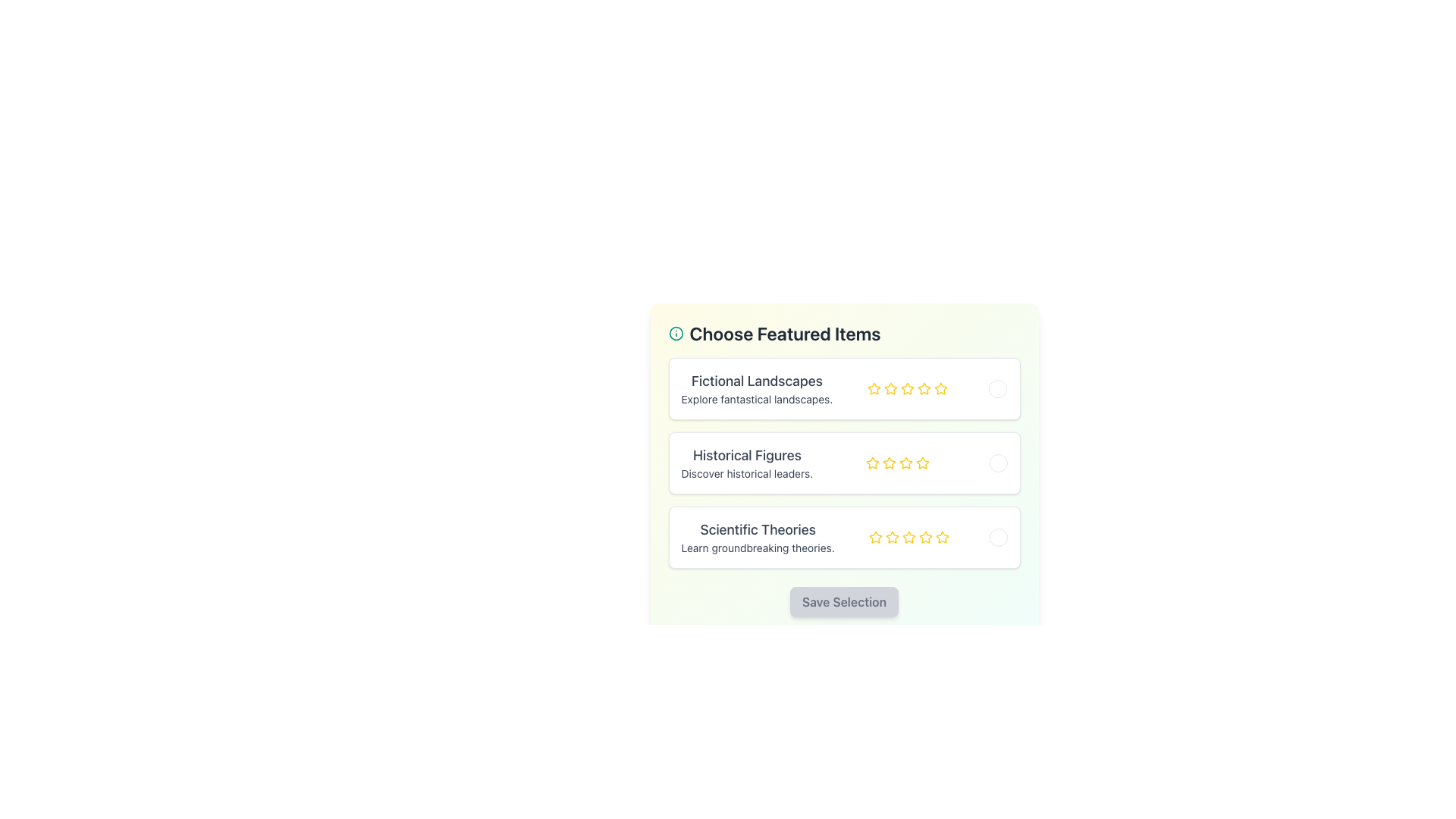 This screenshot has height=819, width=1456. I want to click on the text element that says 'Learn groundbreaking theories.' located in the third row under the title 'Scientific Theories.', so click(758, 548).